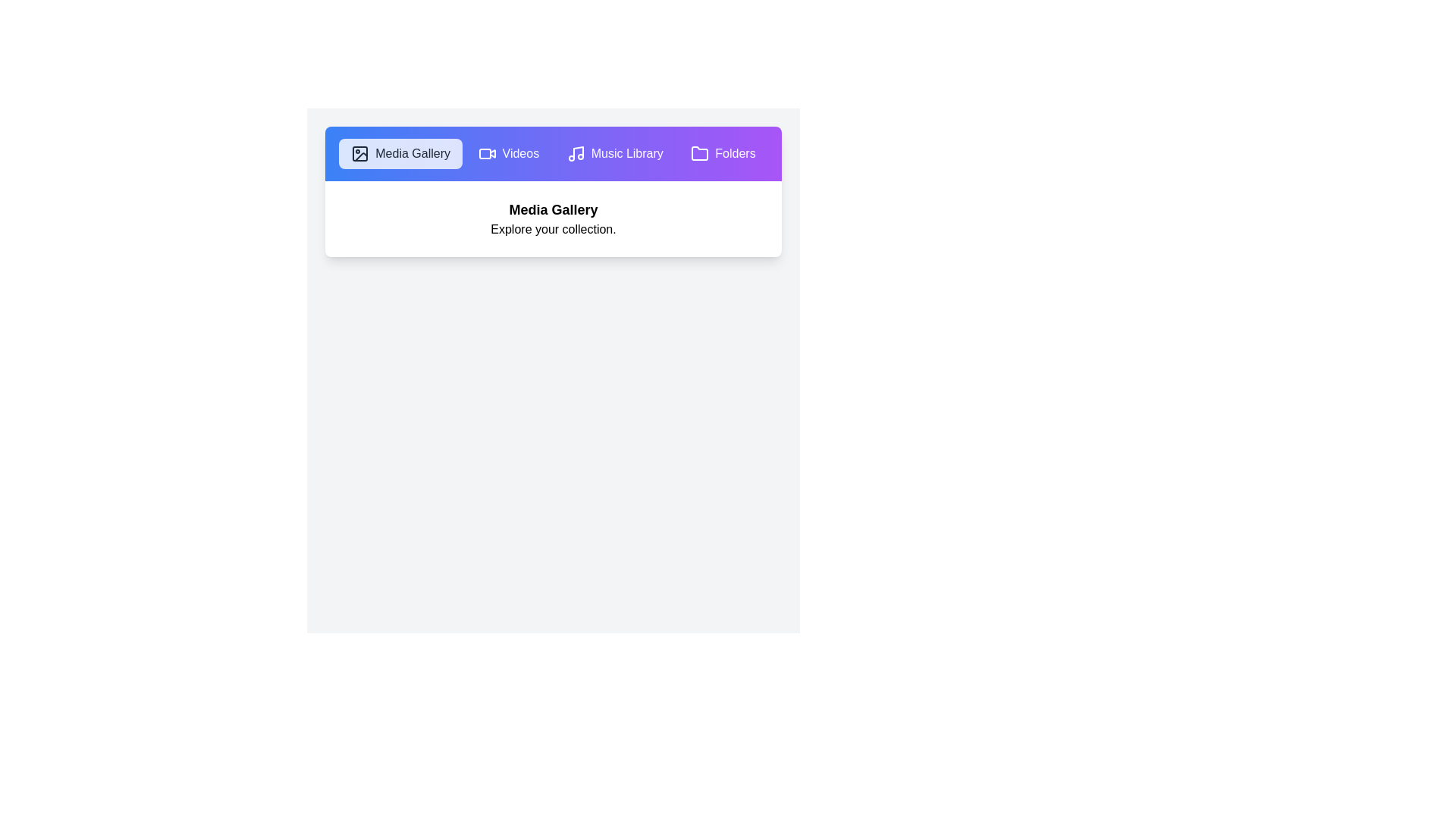 Image resolution: width=1456 pixels, height=819 pixels. What do you see at coordinates (359, 154) in the screenshot?
I see `the primary square-shaped visual icon component located at the leftmost position of the horizontal navigation bar, which is followed by the labels 'Videos' and 'Music Library.'` at bounding box center [359, 154].